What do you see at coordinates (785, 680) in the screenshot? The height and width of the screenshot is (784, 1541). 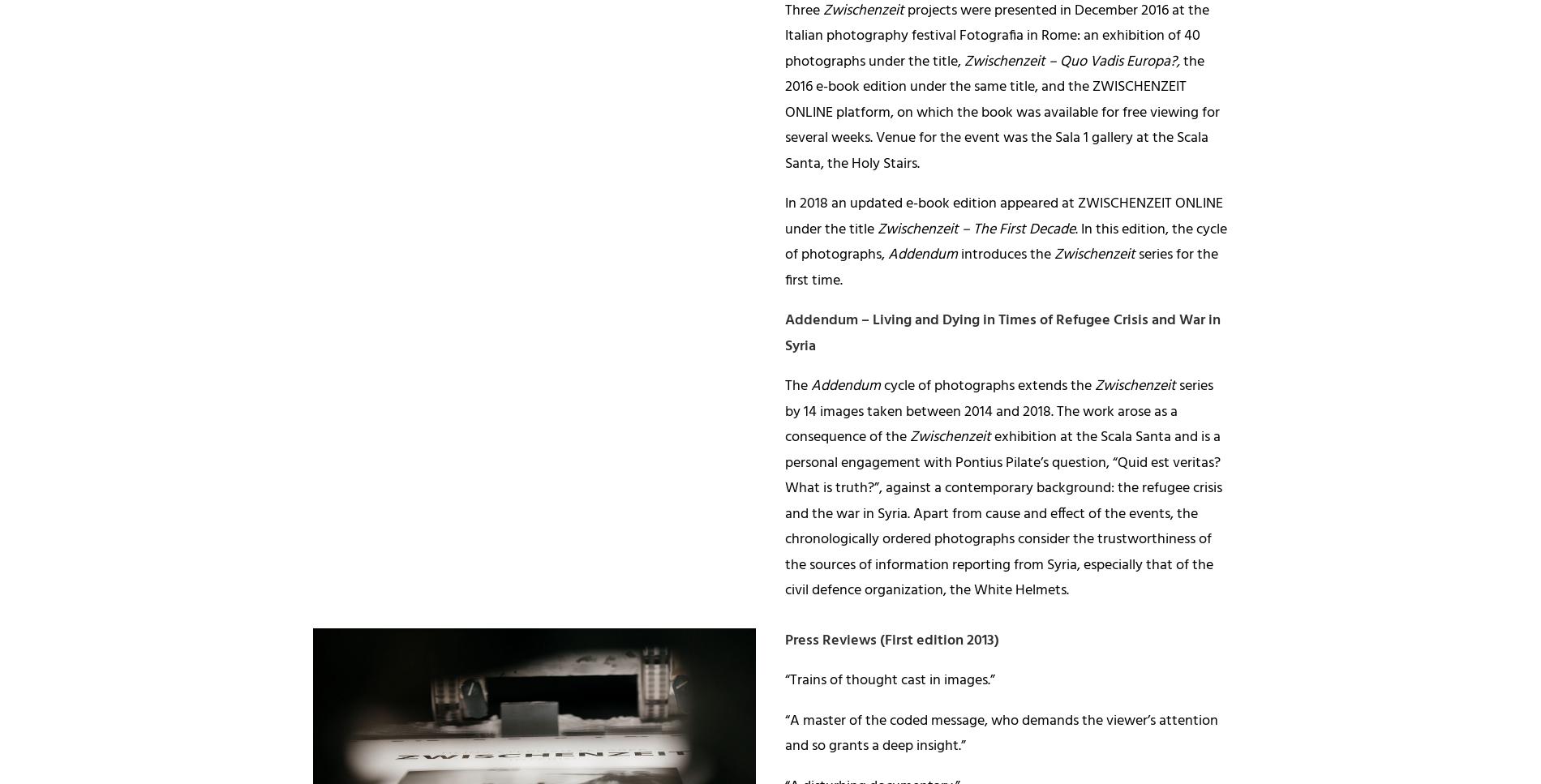 I see `'“Trains of thought cast in images.”'` at bounding box center [785, 680].